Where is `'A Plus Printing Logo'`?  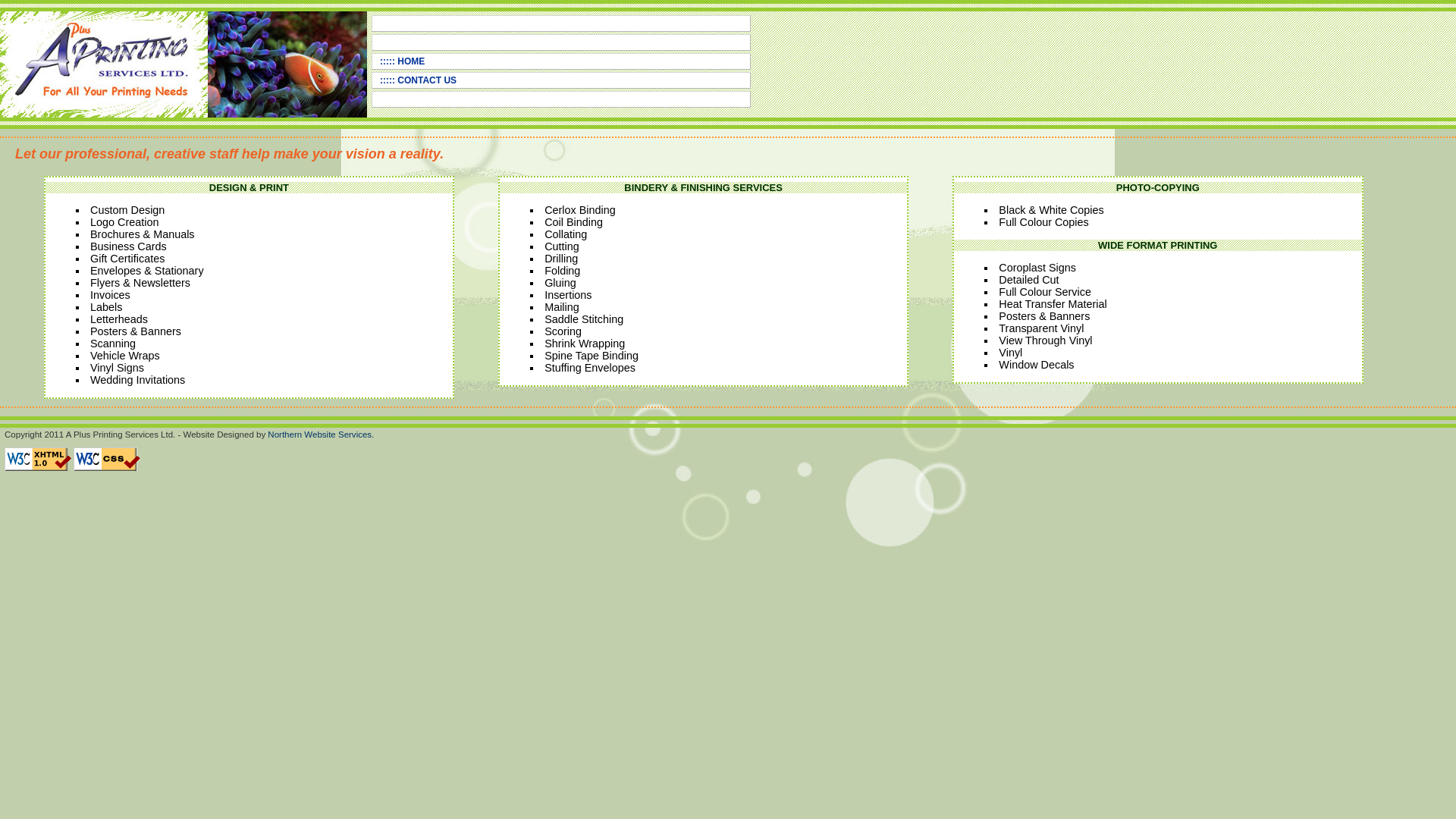 'A Plus Printing Logo' is located at coordinates (103, 63).